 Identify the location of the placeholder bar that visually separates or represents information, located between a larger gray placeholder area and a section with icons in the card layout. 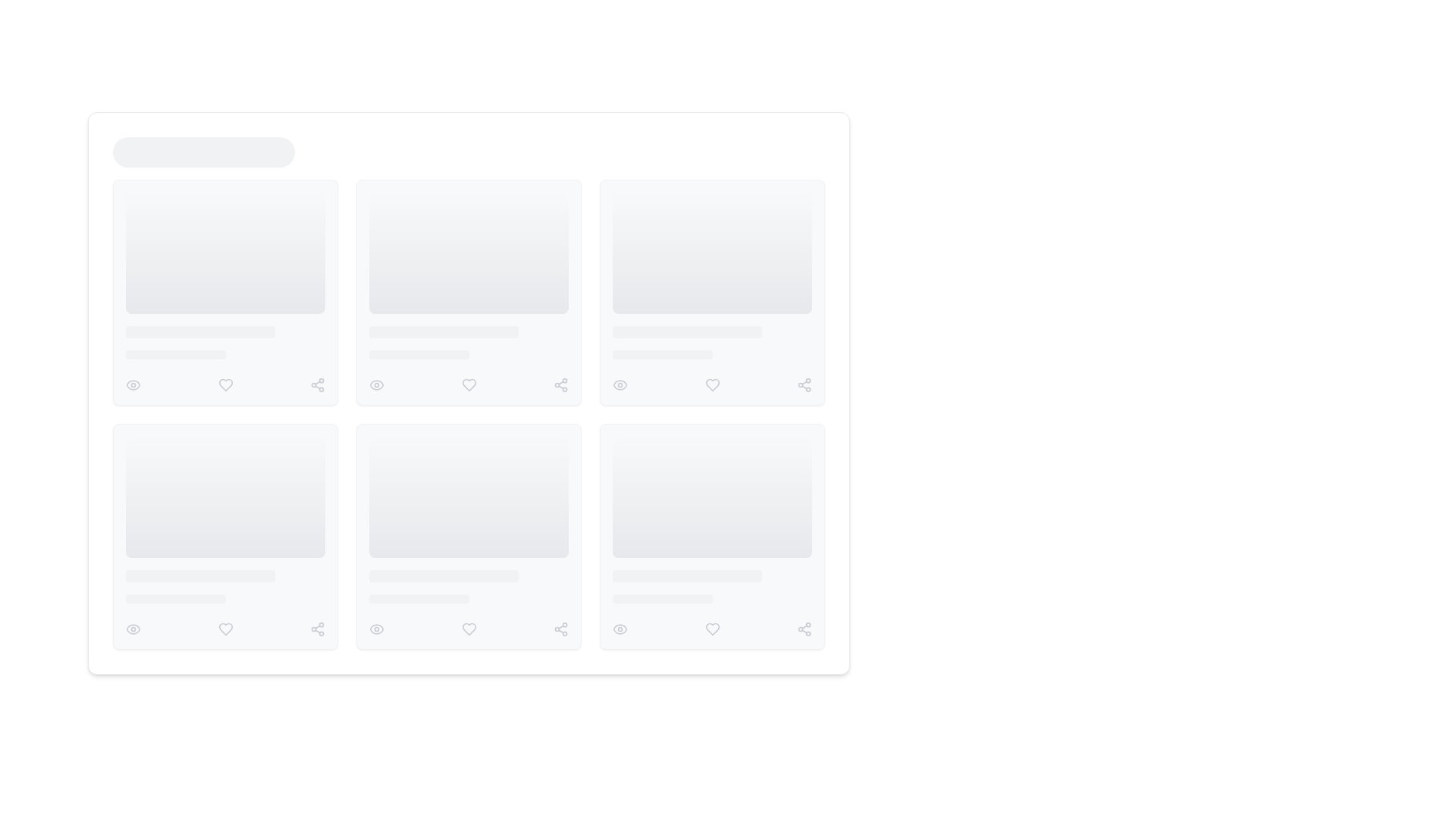
(686, 331).